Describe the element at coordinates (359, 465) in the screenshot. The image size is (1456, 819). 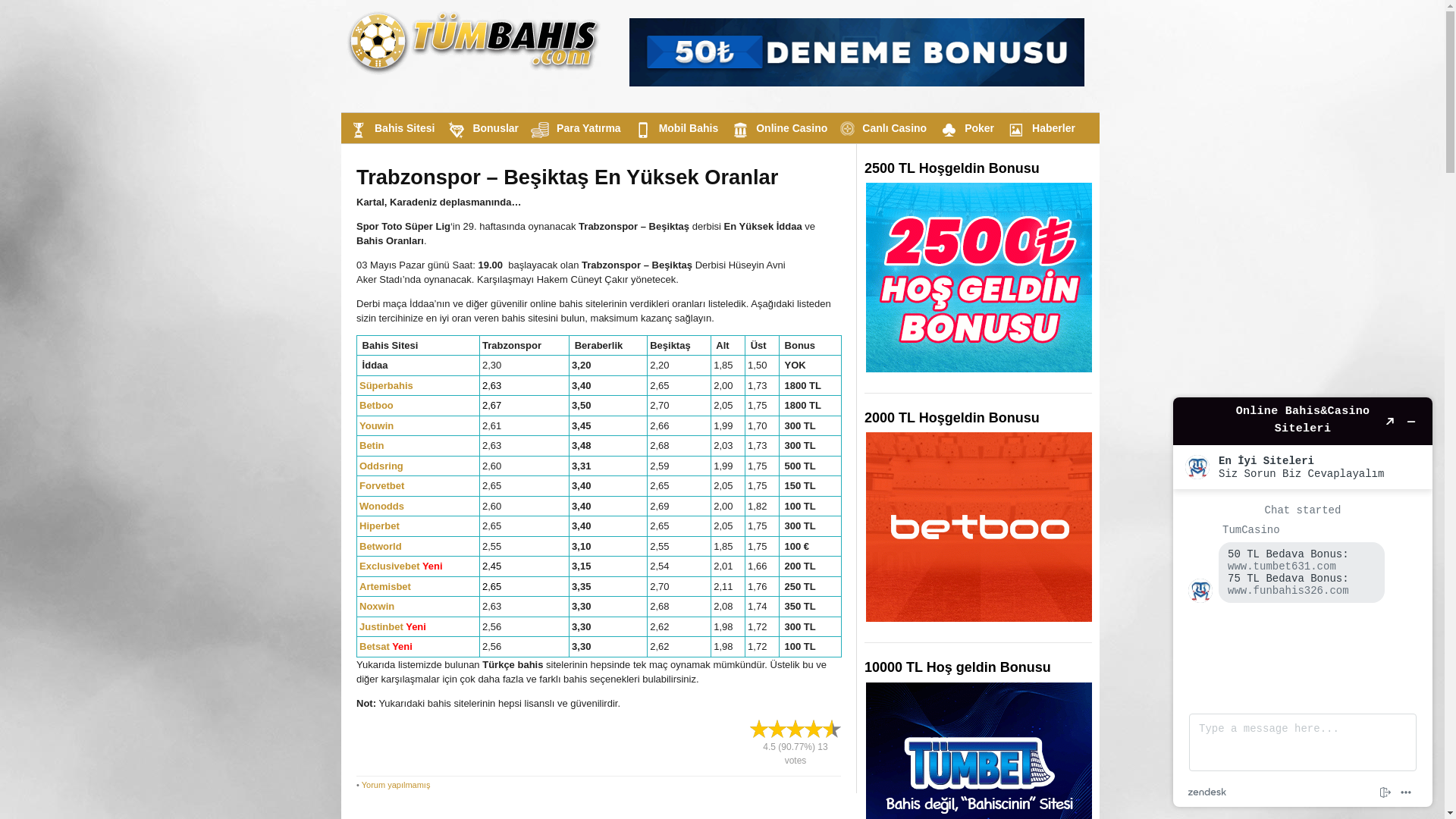
I see `'Oddsring'` at that location.